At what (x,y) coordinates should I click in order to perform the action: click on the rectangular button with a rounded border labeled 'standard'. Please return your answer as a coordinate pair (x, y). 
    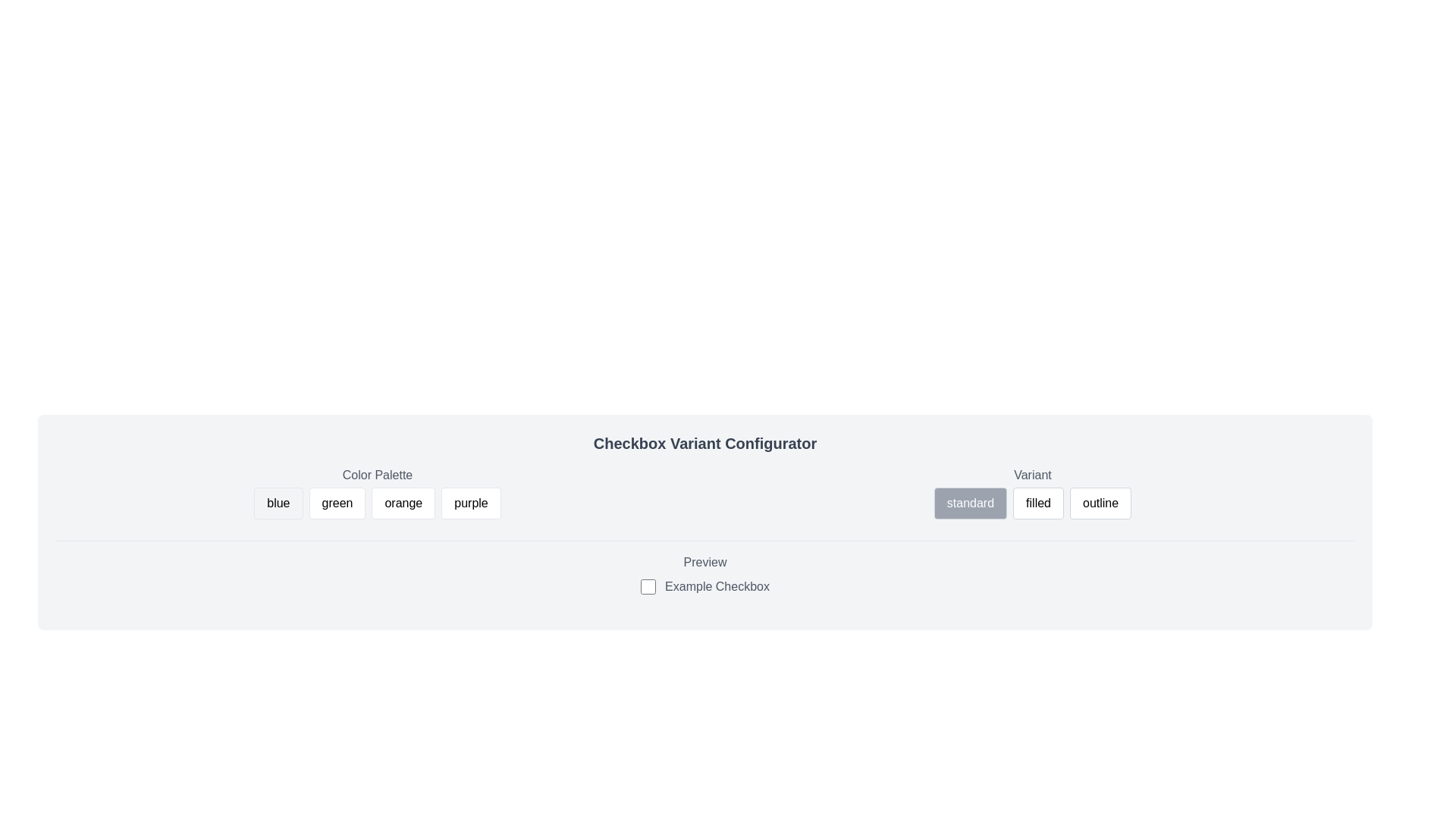
    Looking at the image, I should click on (969, 503).